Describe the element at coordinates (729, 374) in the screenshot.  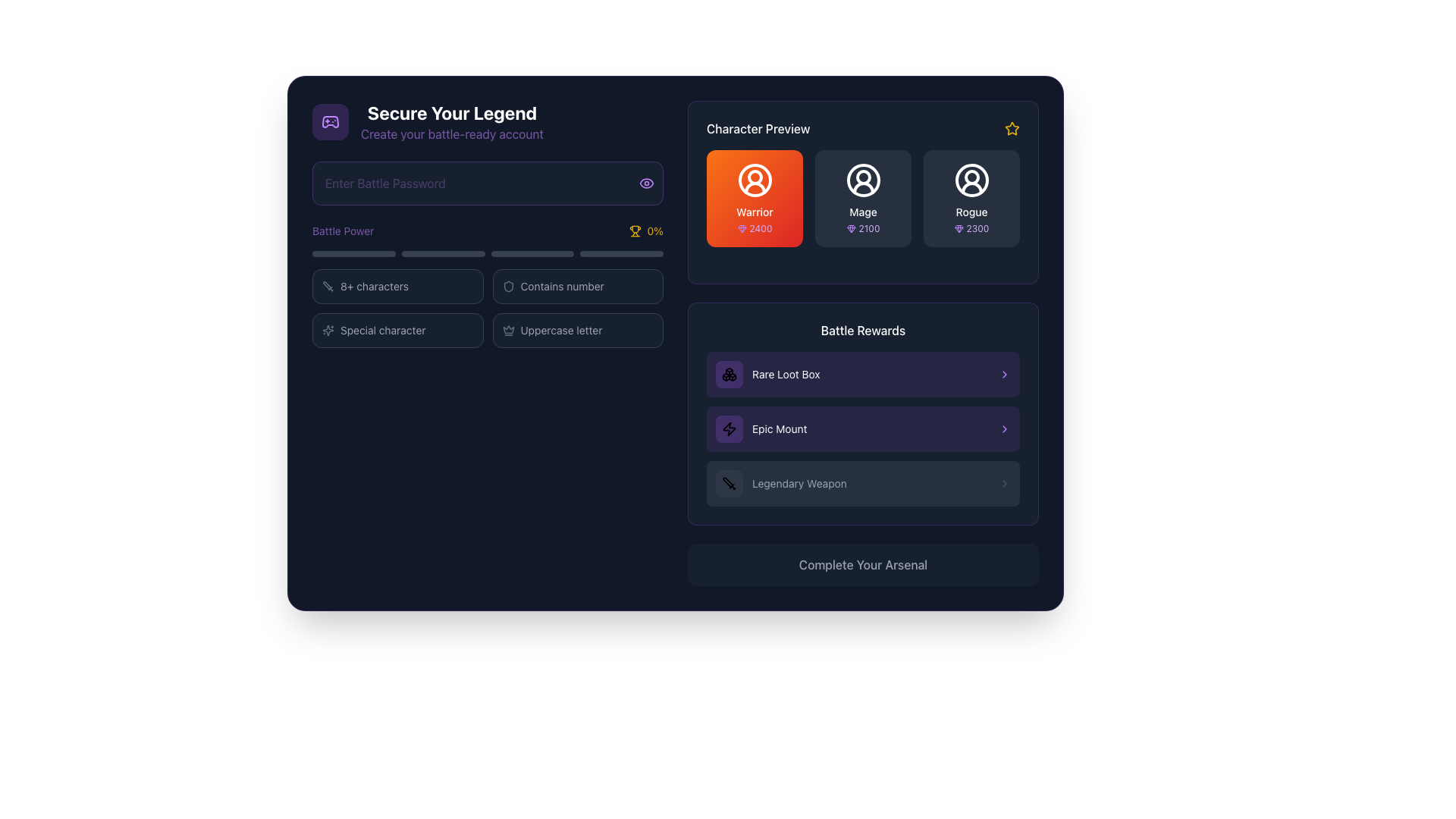
I see `the decorative icon located within the 'Character Preview' panel, which serves as an identifier symbol for a specific section or category` at that location.